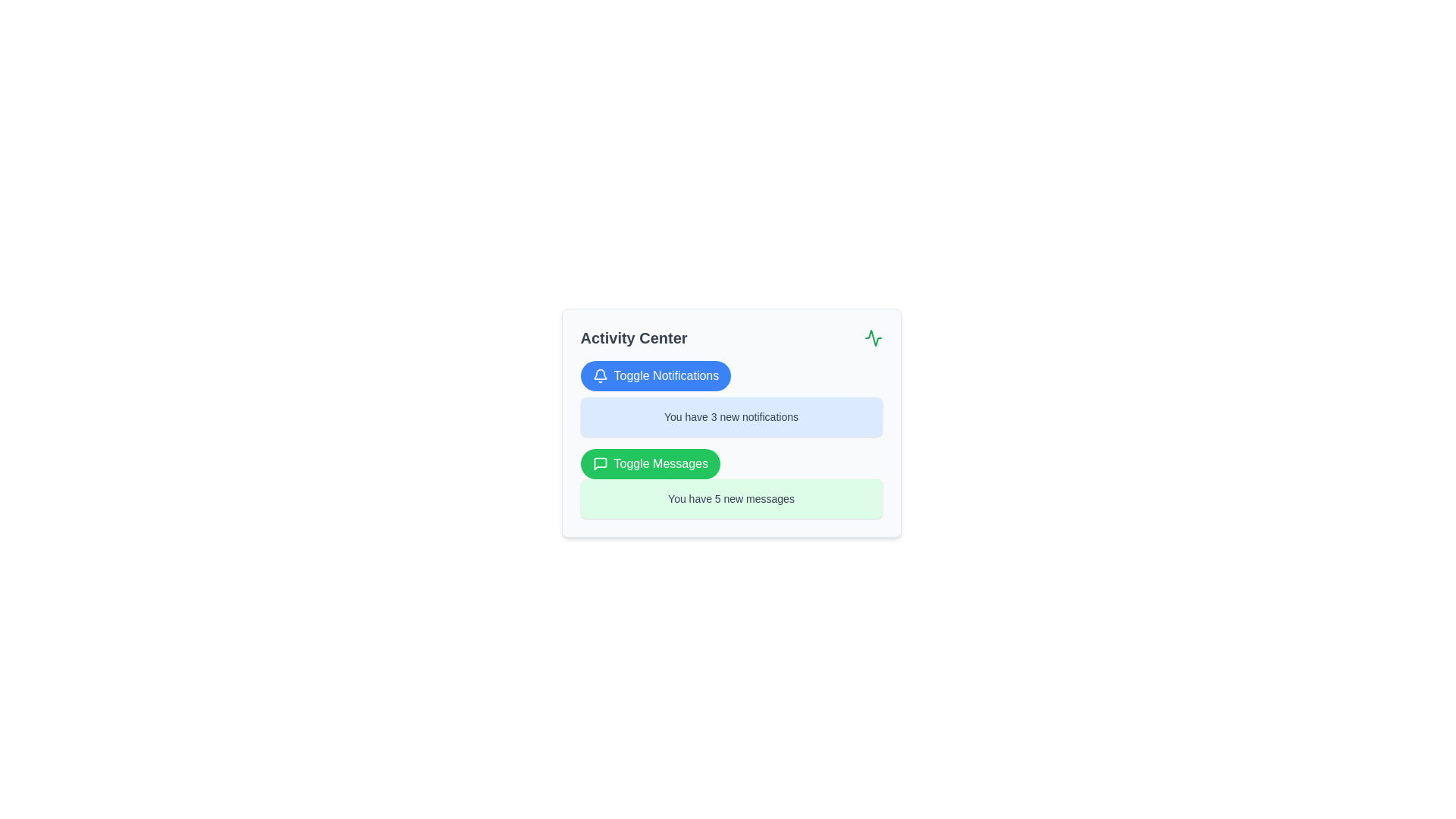 The image size is (1456, 819). What do you see at coordinates (599, 463) in the screenshot?
I see `the messaging icon within the green 'Toggle Messages' button in the 'Activity Center' panel, which enhances the button's recognizability related to communication` at bounding box center [599, 463].